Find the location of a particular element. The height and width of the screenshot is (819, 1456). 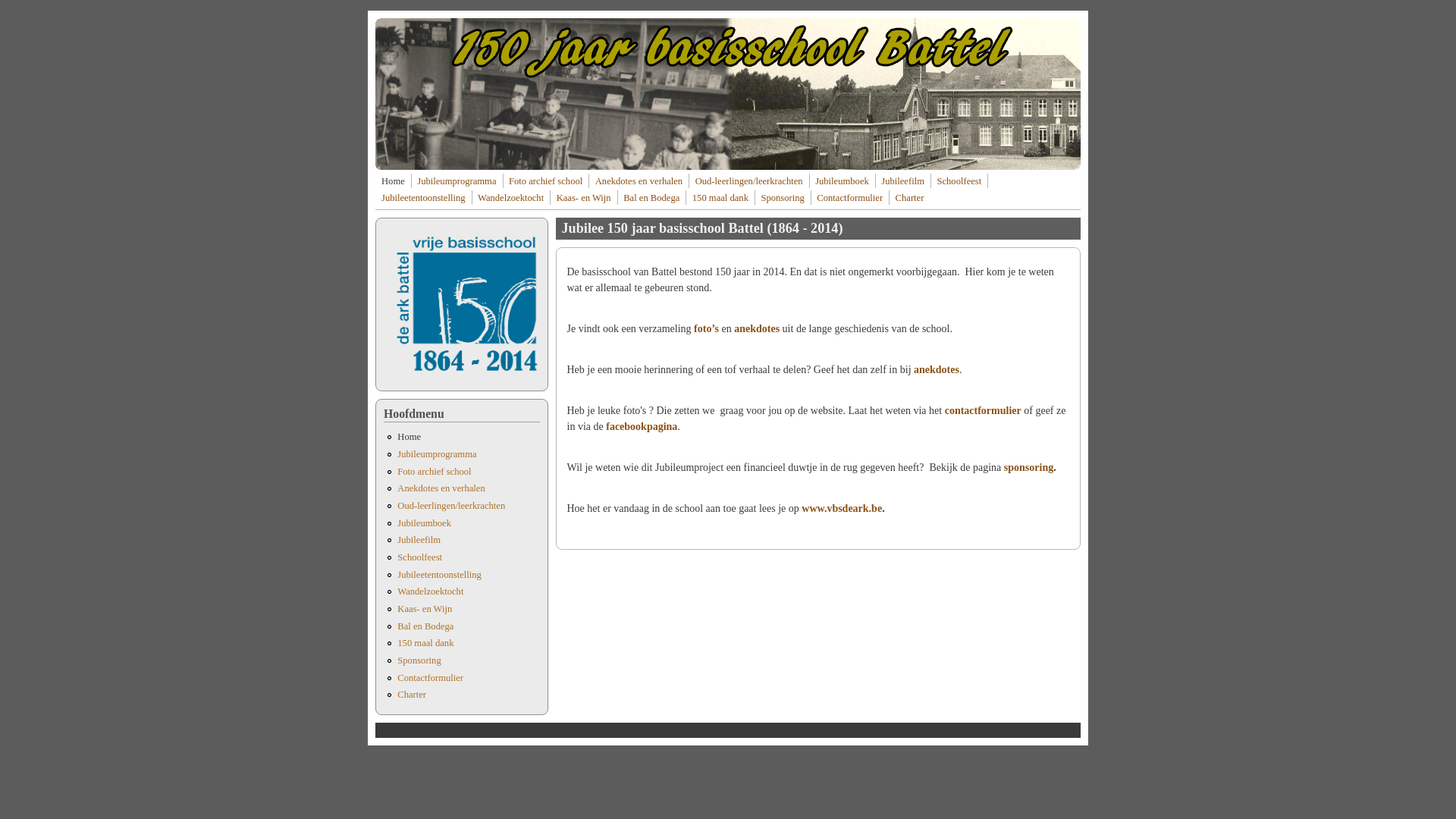

'Oud-leerlingen/leerkrachten' is located at coordinates (397, 506).